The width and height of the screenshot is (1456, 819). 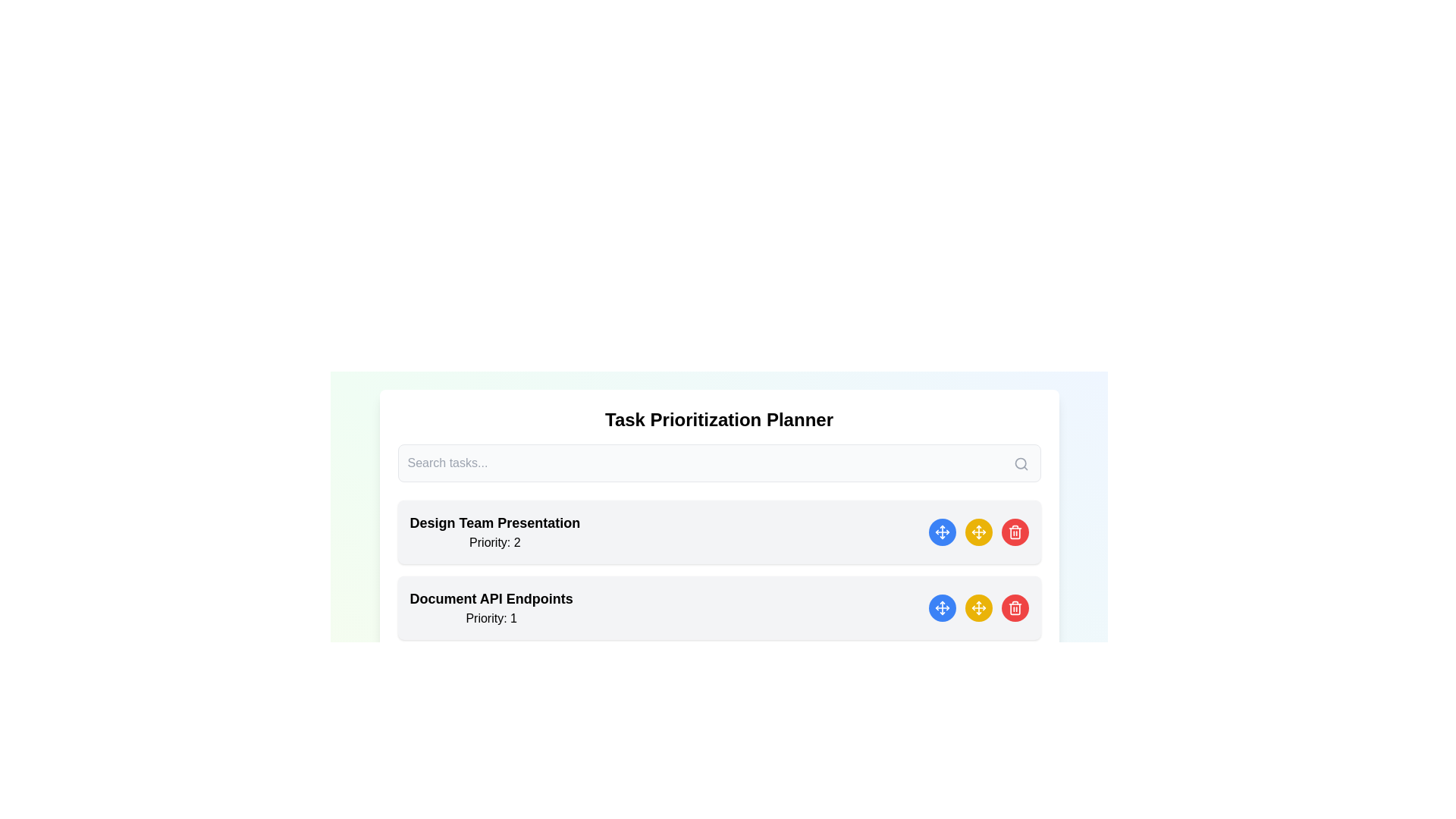 I want to click on the yellow circular button with a four-directional arrow icon, positioned between the blue move button and the red delete button in the action group of the 'Design Team Presentation' task list, so click(x=978, y=532).